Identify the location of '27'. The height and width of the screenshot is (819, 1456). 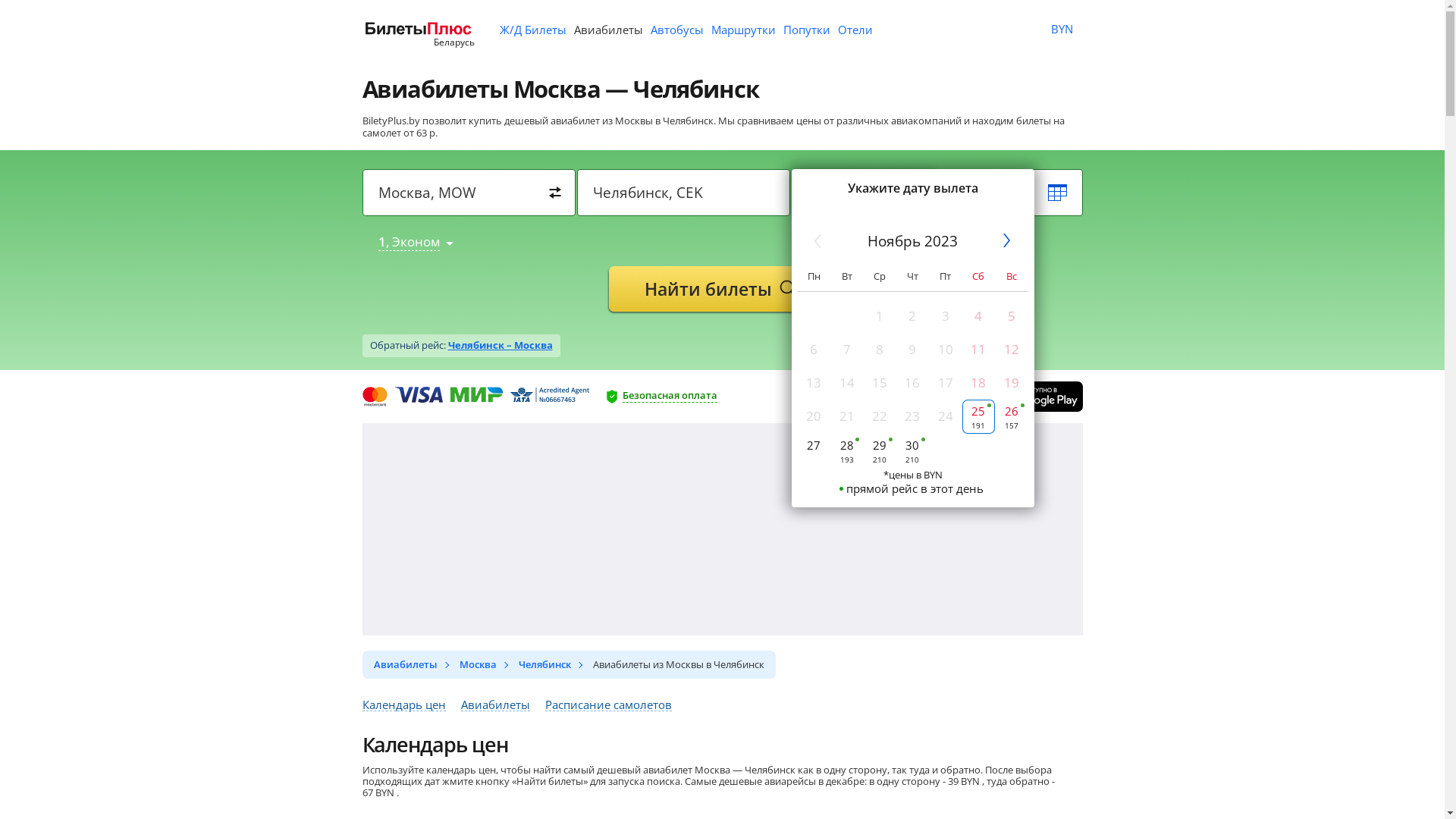
(813, 450).